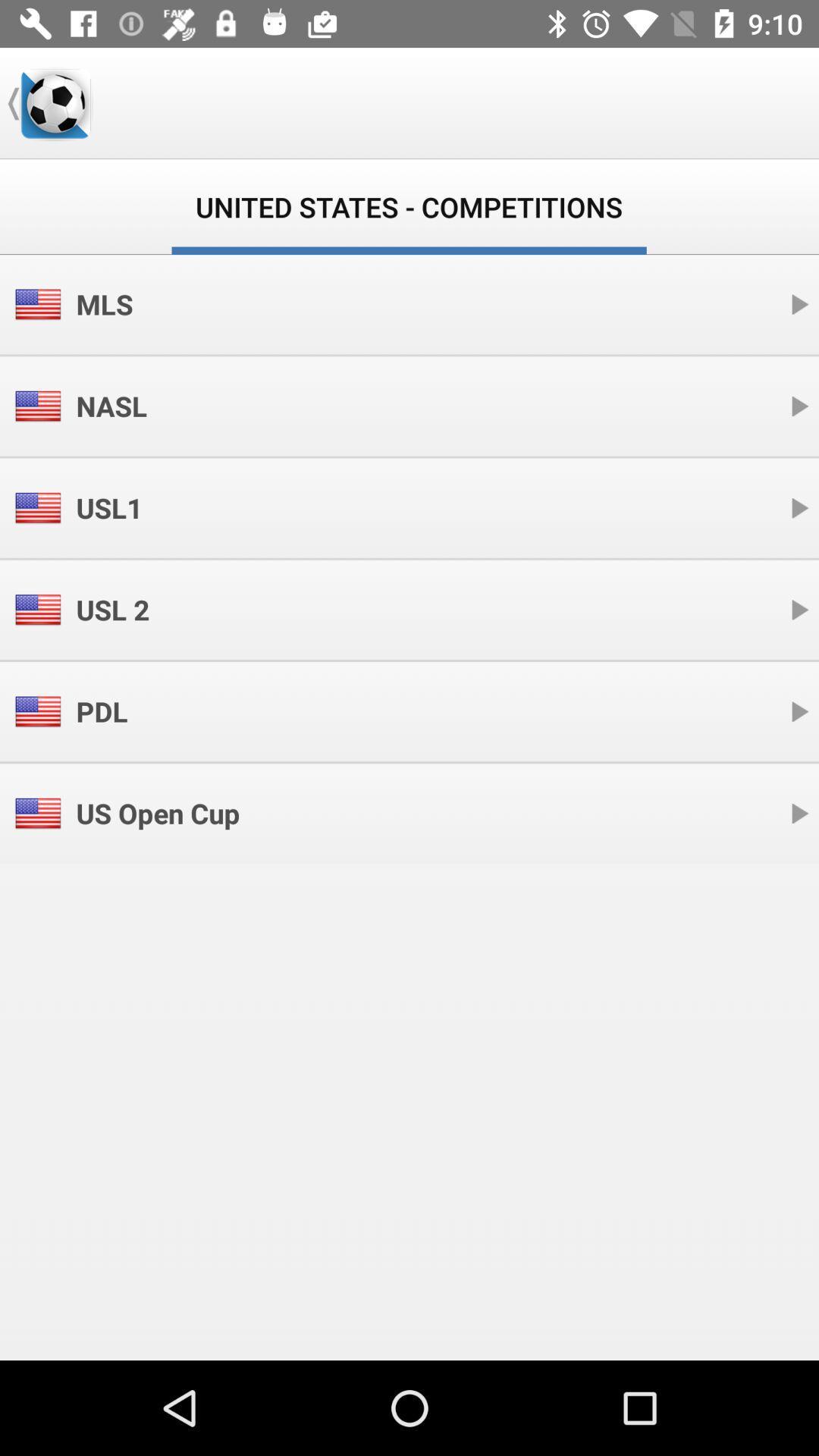 The image size is (819, 1456). I want to click on the us open cup icon, so click(158, 812).